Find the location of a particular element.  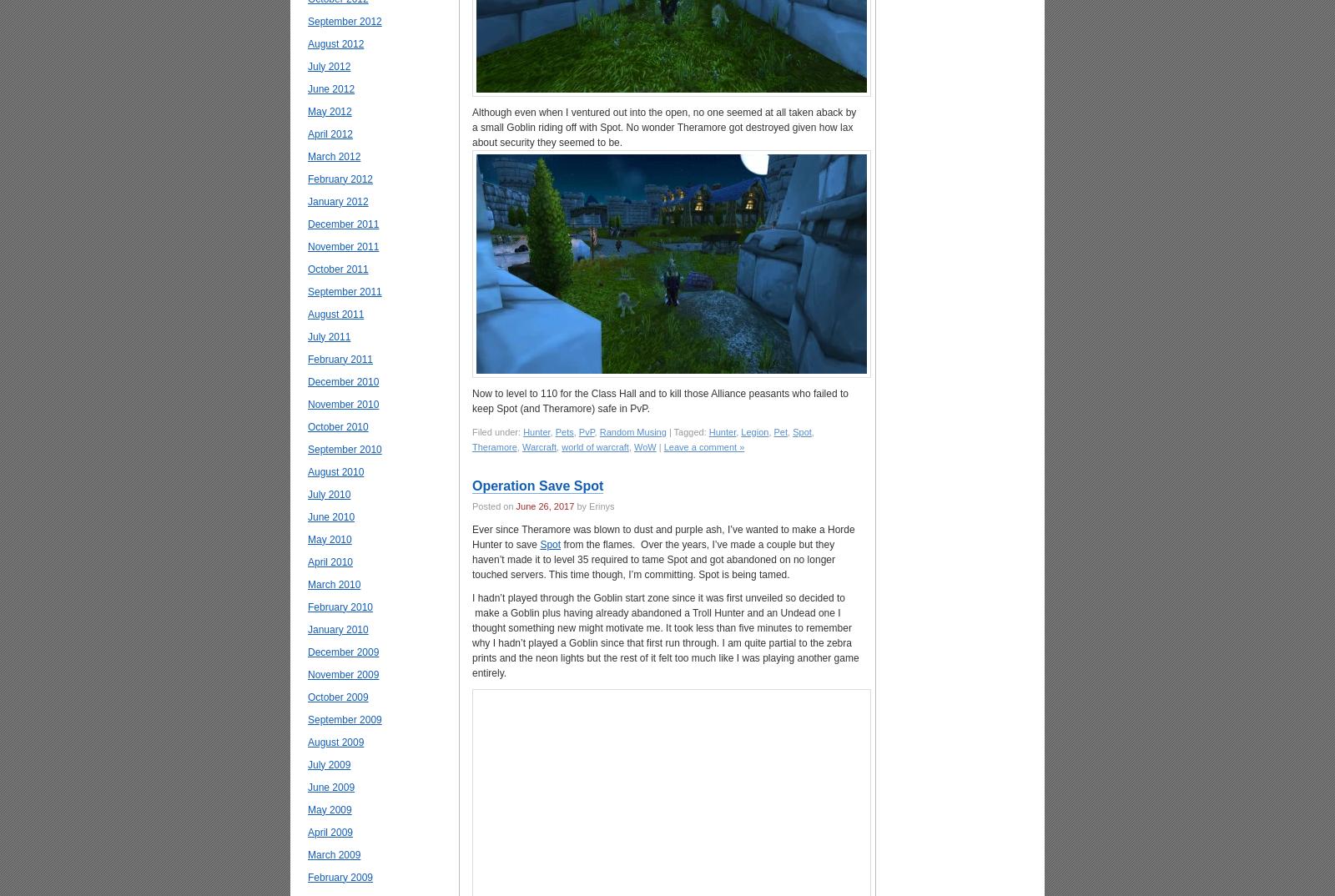

'June 2010' is located at coordinates (307, 516).